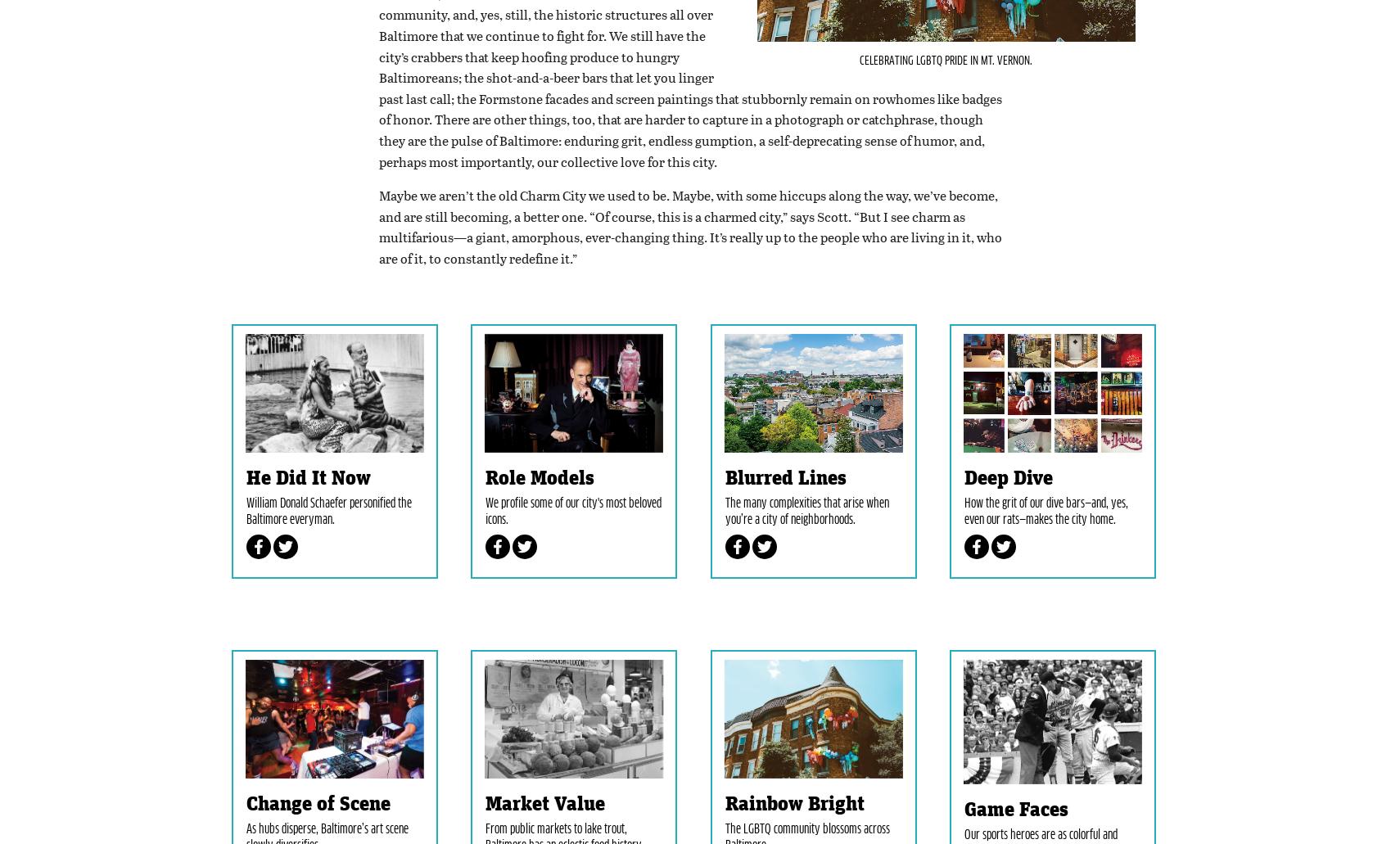 This screenshot has height=844, width=1400. I want to click on 'Deep Dive', so click(1008, 556).